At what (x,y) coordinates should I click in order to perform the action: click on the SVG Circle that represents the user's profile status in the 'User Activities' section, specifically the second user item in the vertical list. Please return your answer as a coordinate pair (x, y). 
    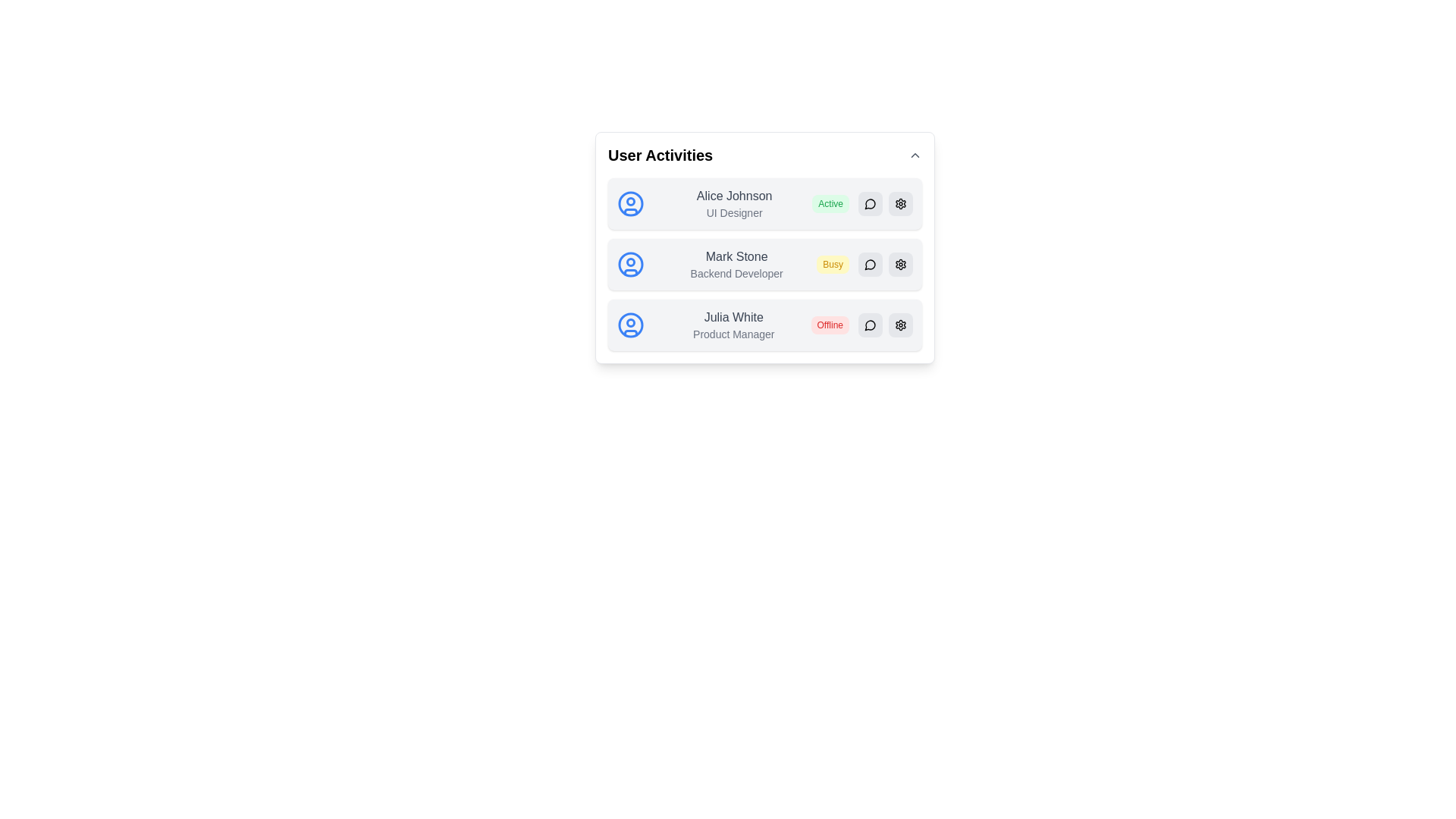
    Looking at the image, I should click on (630, 262).